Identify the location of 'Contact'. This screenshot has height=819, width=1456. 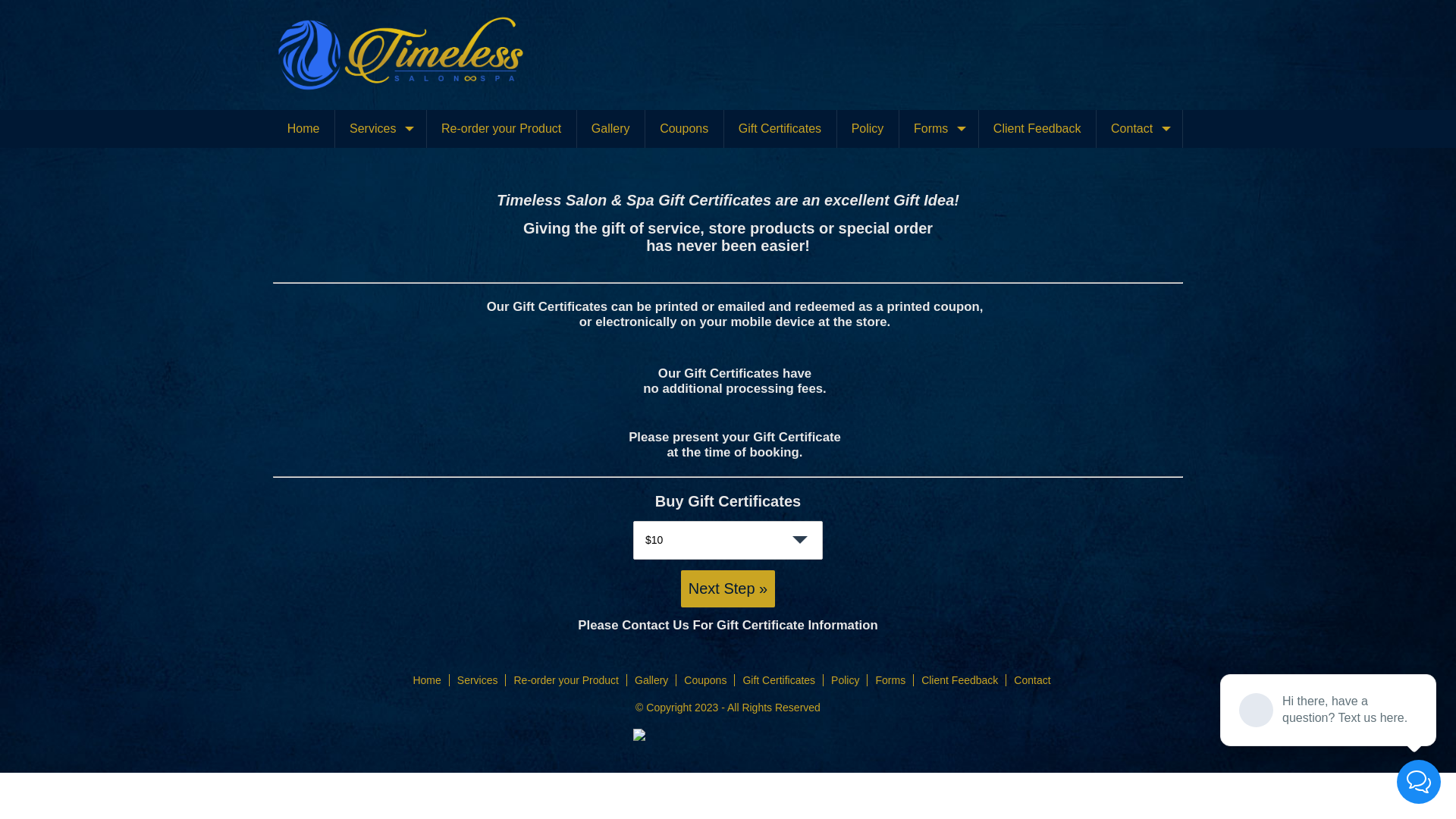
(1031, 679).